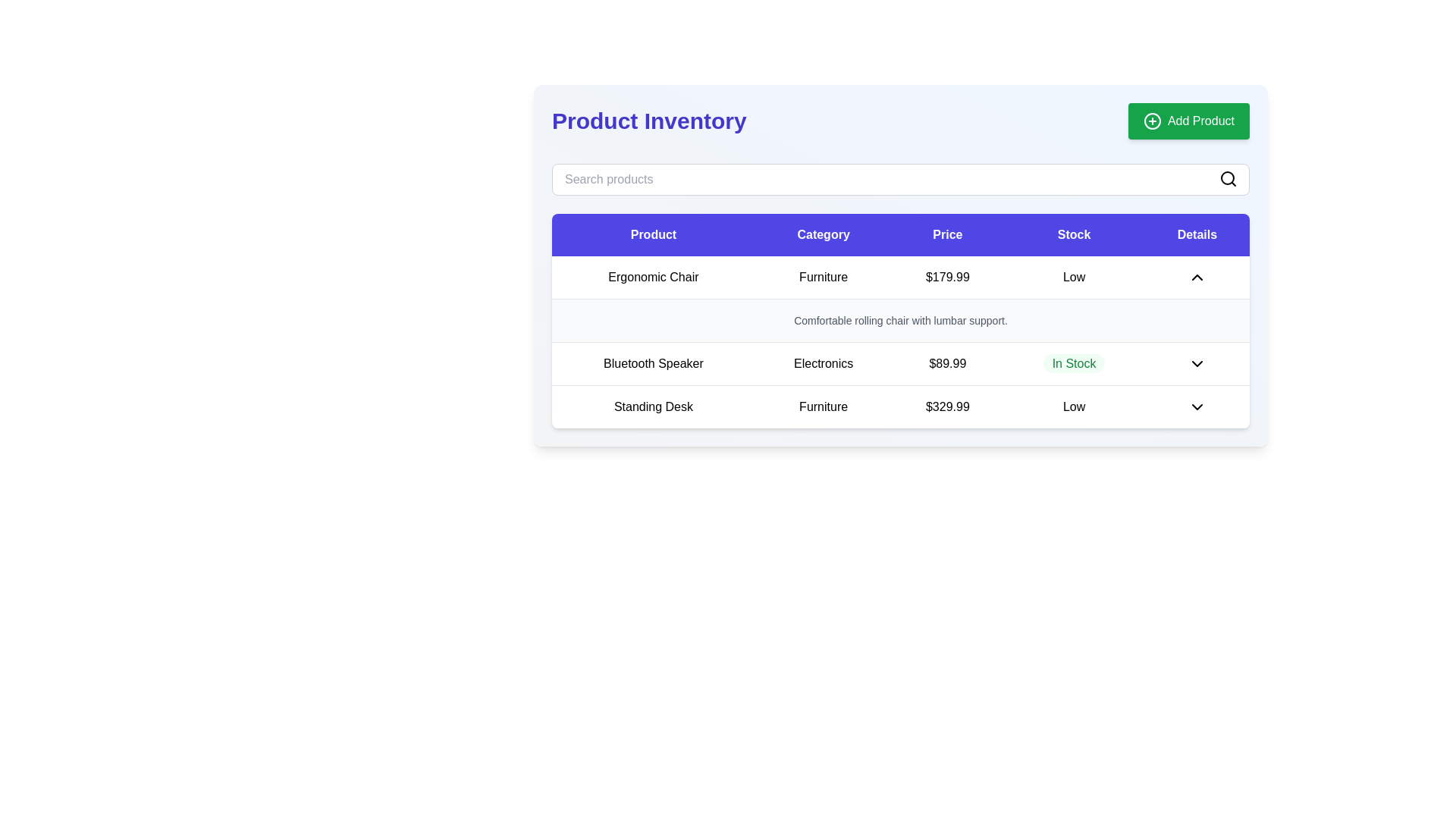 The image size is (1456, 819). What do you see at coordinates (1196, 234) in the screenshot?
I see `the 'Details' header element, which is the fifth header in the horizontal list of a data table, characterized by a violet background and white text` at bounding box center [1196, 234].